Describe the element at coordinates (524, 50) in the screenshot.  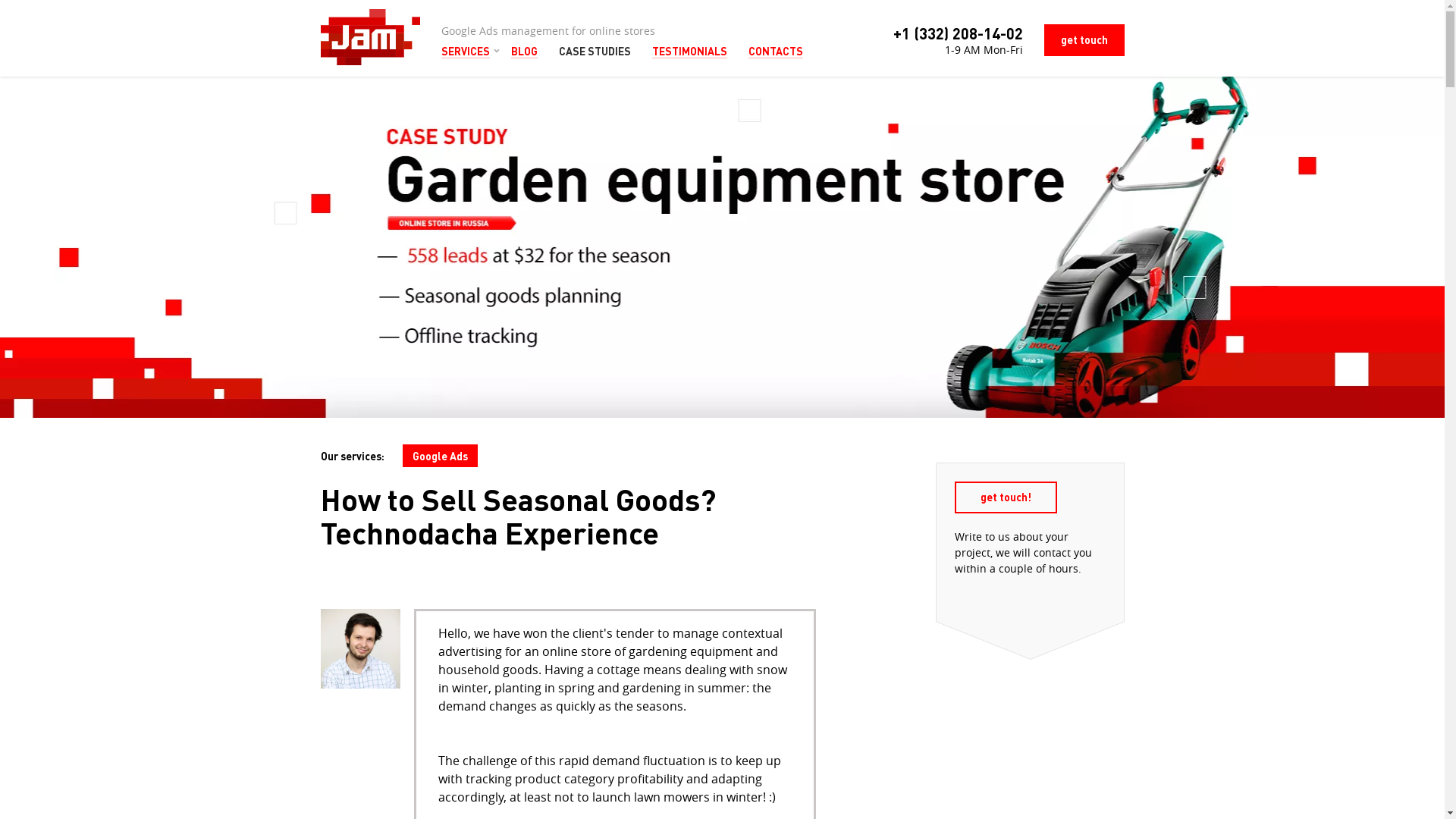
I see `'BLOG'` at that location.